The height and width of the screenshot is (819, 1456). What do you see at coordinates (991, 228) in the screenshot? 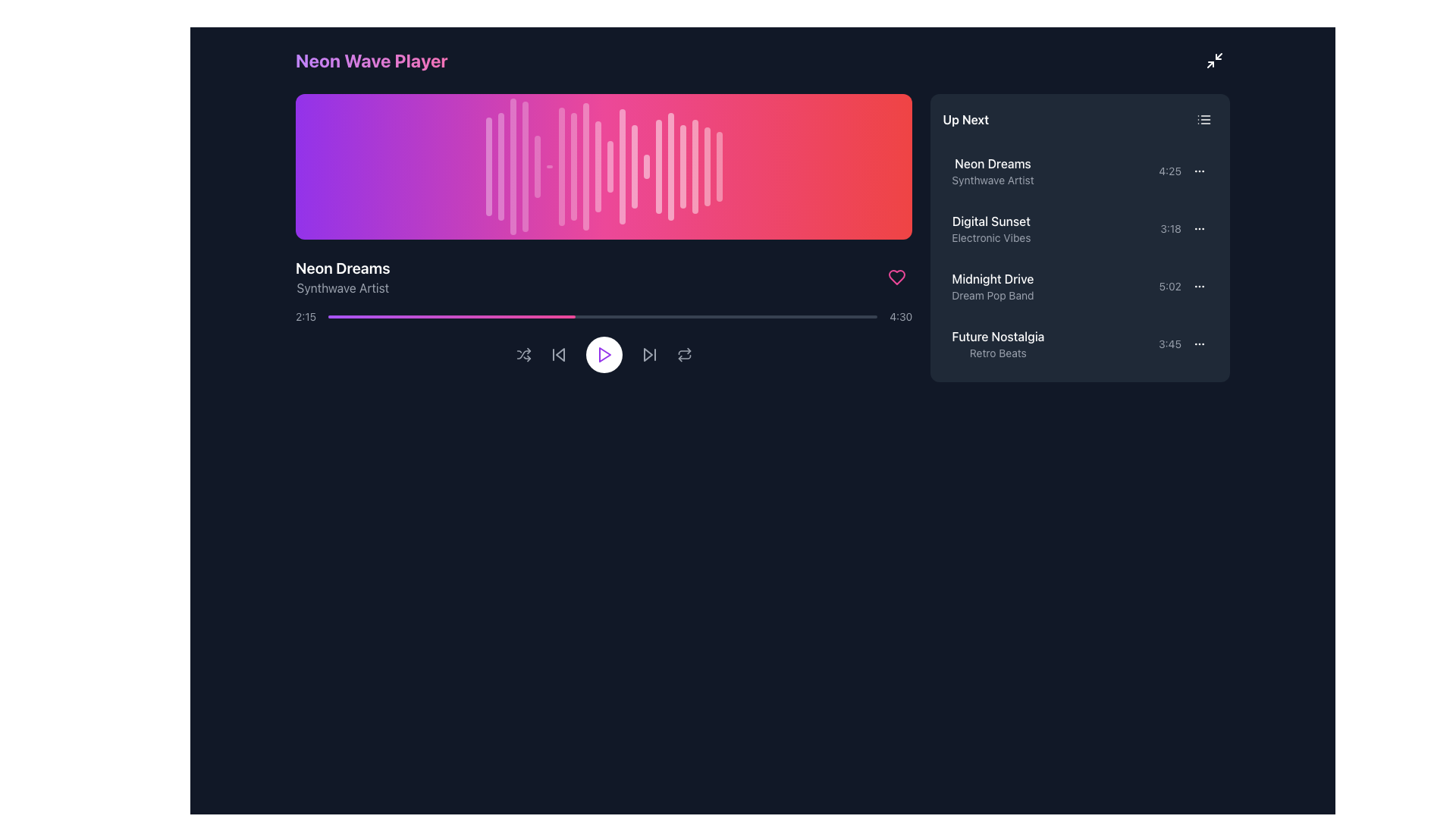
I see `the 'Digital Sunset' song listing text label` at bounding box center [991, 228].